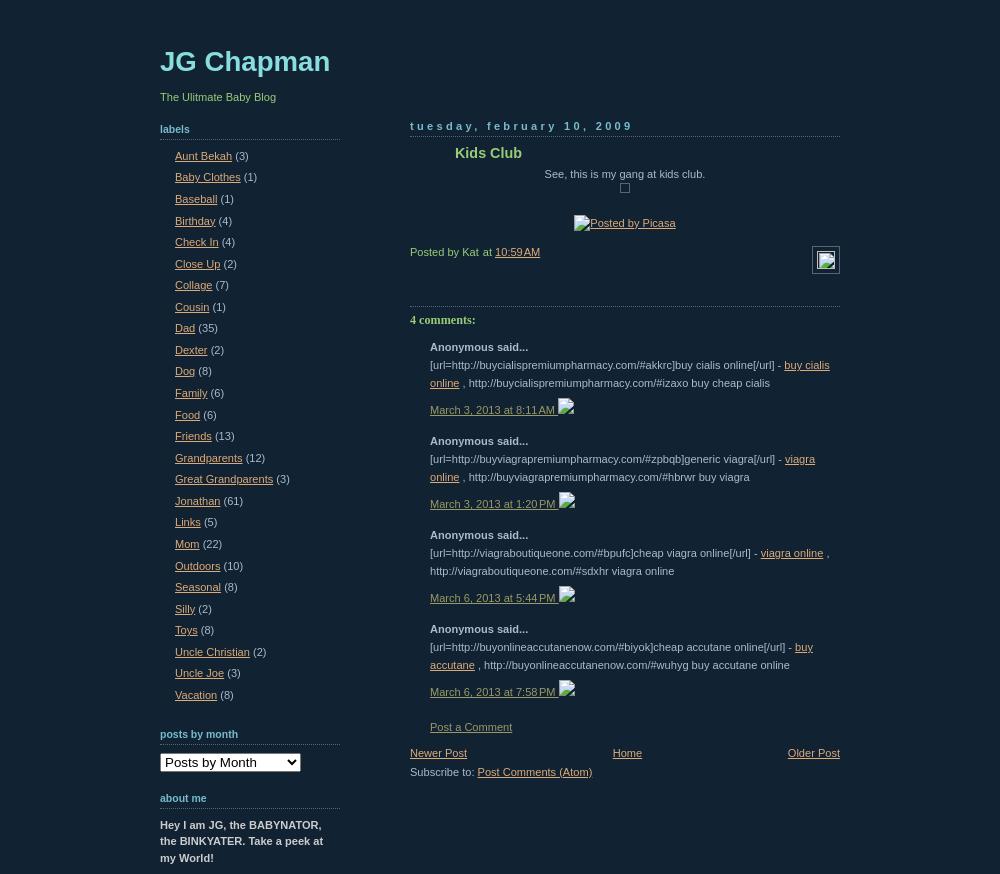 The image size is (1000, 874). Describe the element at coordinates (603, 474) in the screenshot. I see `', http://buyviagrapremiumpharmacy.com/#hbrwr buy viagra'` at that location.